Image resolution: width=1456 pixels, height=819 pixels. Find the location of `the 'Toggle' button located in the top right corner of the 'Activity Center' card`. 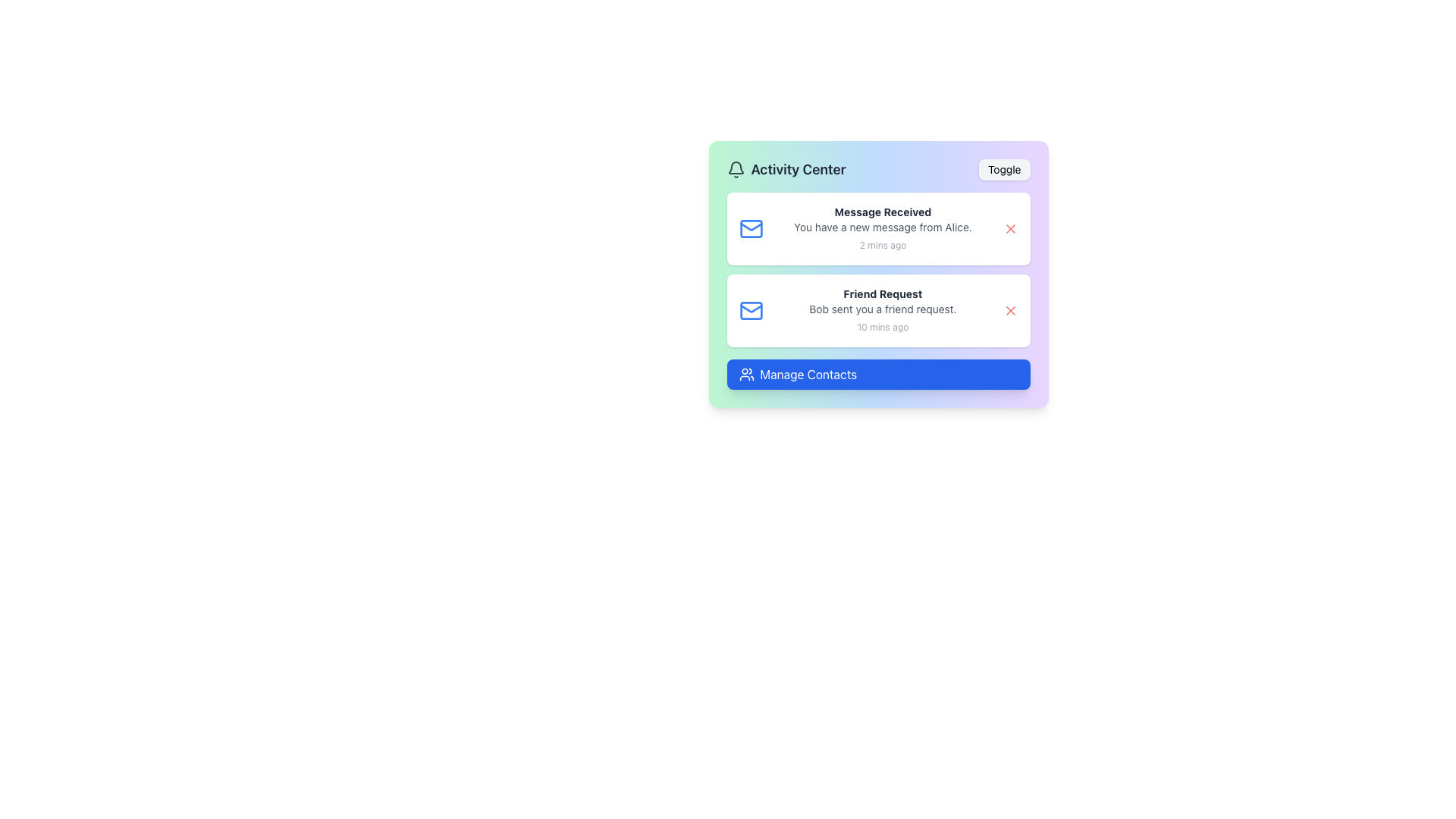

the 'Toggle' button located in the top right corner of the 'Activity Center' card is located at coordinates (1004, 169).